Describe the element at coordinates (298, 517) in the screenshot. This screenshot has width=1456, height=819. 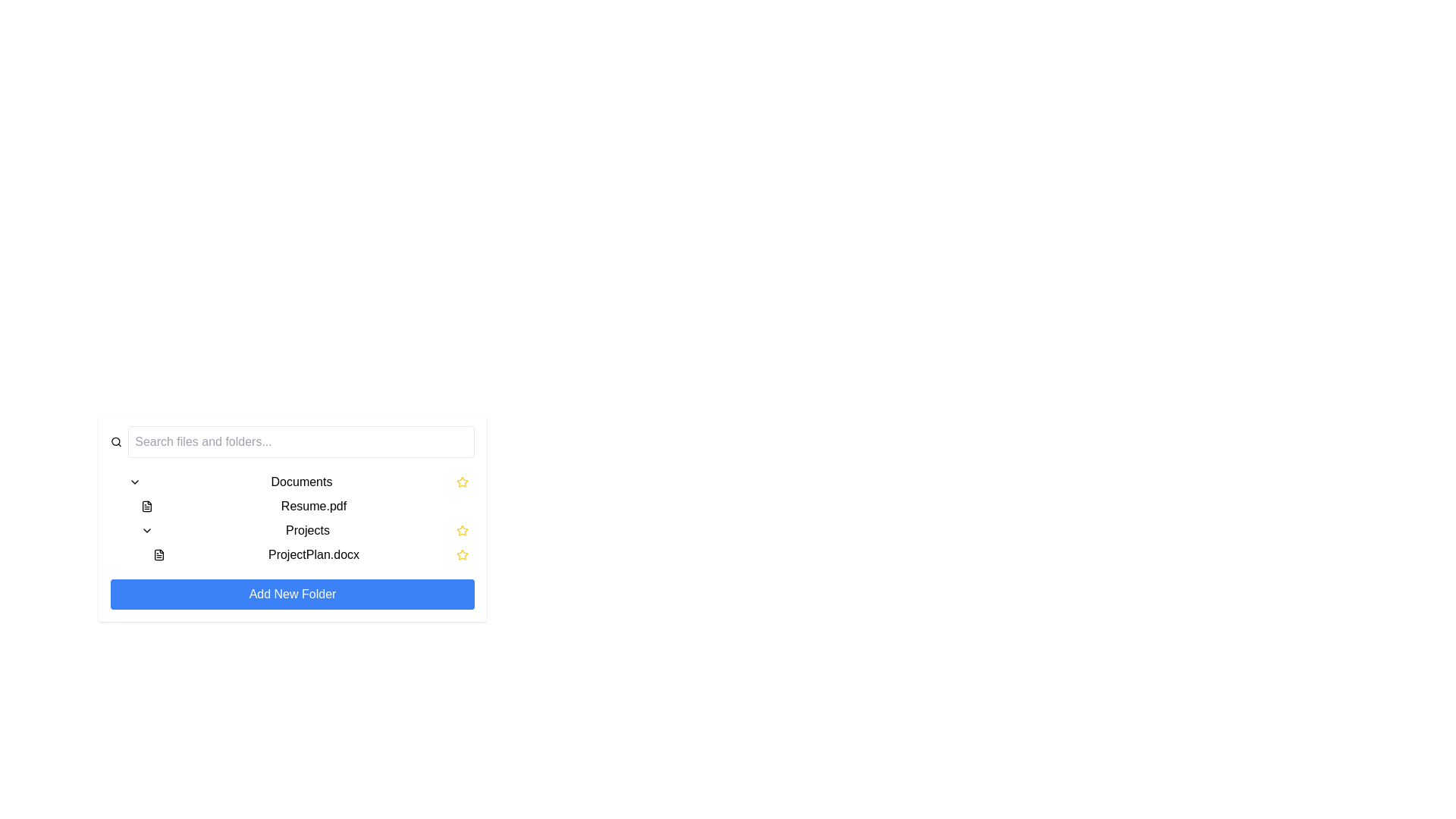
I see `to select the file 'Resume.pdf', which is the second nested item listed under the 'Documents' heading in the vertical list` at that location.